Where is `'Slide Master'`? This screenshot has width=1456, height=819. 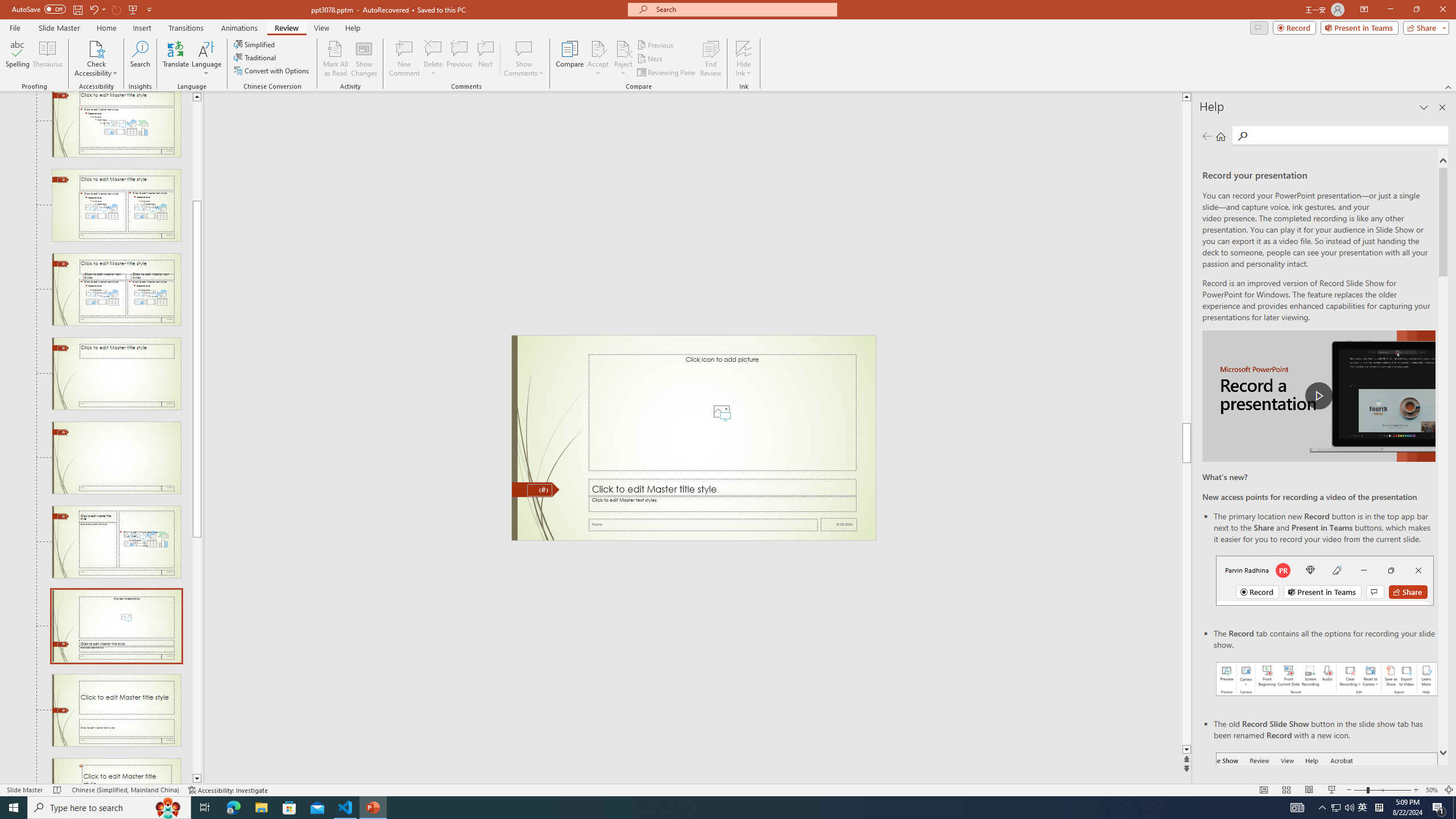
'Slide Master' is located at coordinates (59, 28).